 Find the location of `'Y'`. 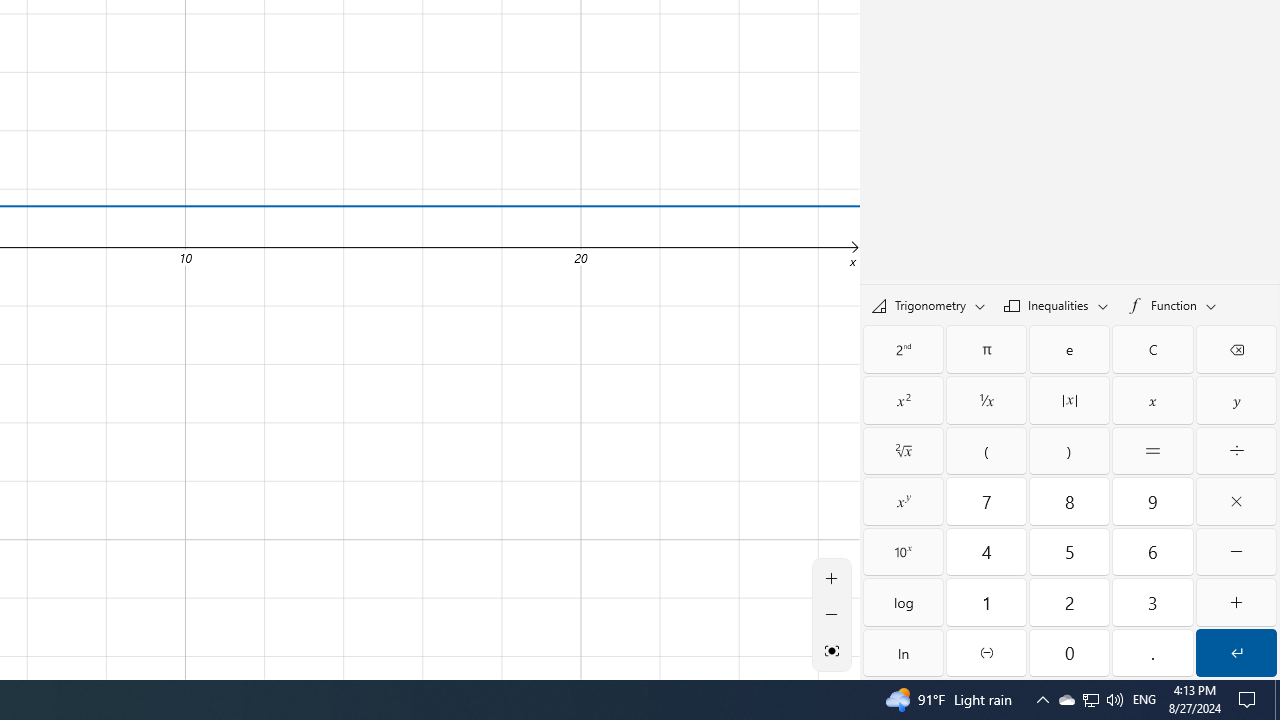

'Y' is located at coordinates (1235, 400).